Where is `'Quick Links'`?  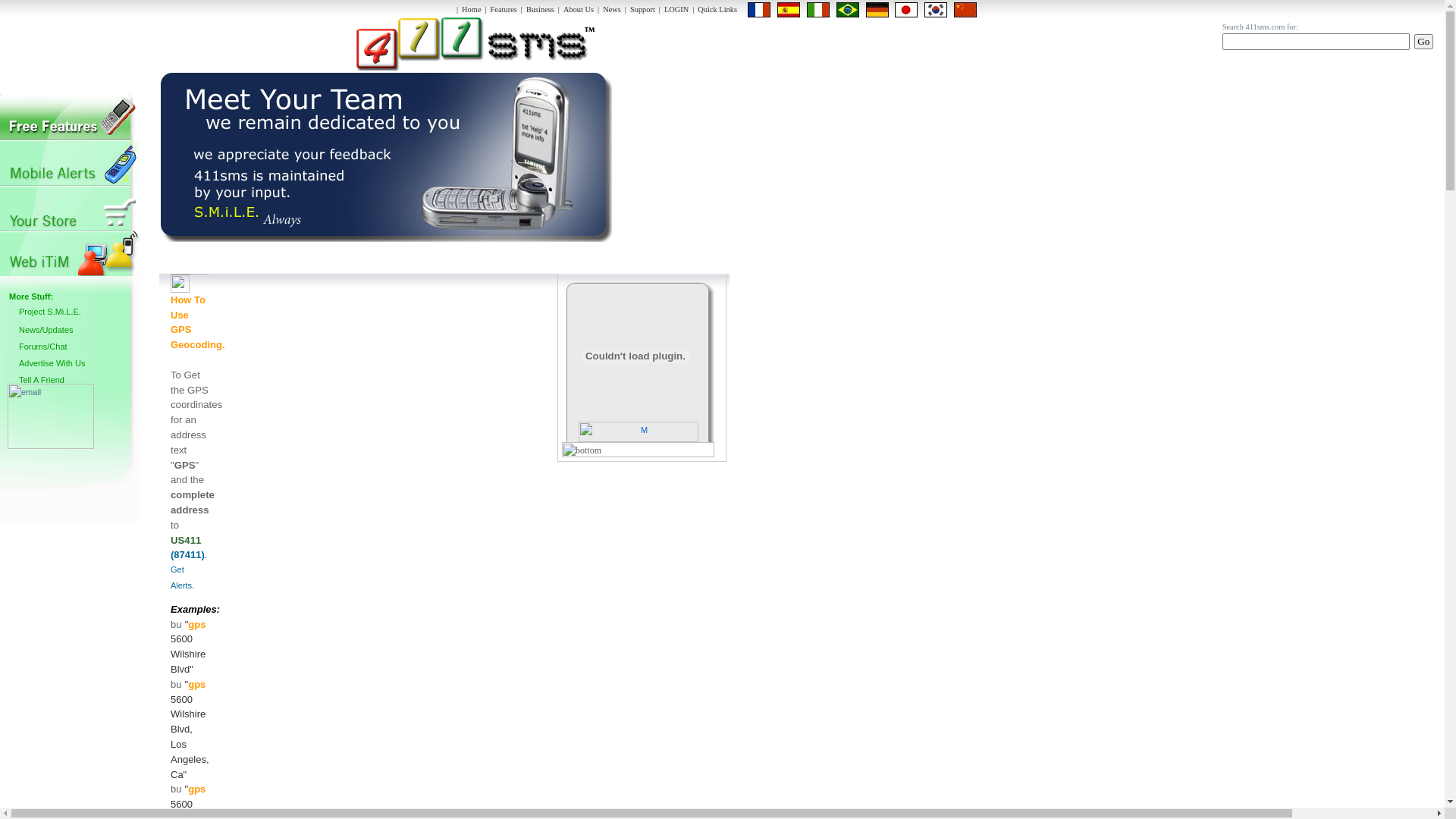
'Quick Links' is located at coordinates (716, 8).